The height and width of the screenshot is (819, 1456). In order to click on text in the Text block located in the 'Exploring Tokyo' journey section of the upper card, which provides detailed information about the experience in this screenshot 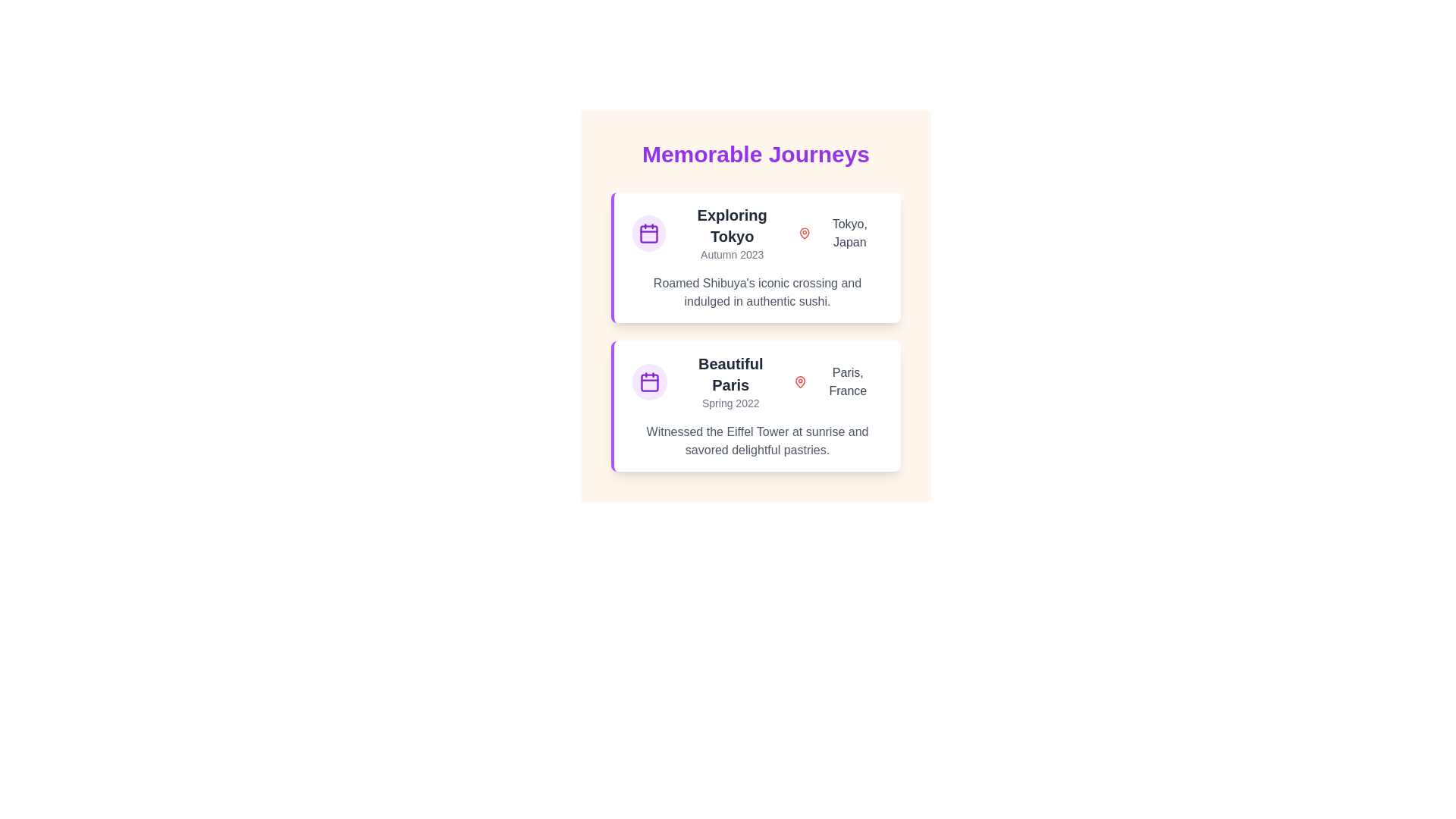, I will do `click(757, 292)`.